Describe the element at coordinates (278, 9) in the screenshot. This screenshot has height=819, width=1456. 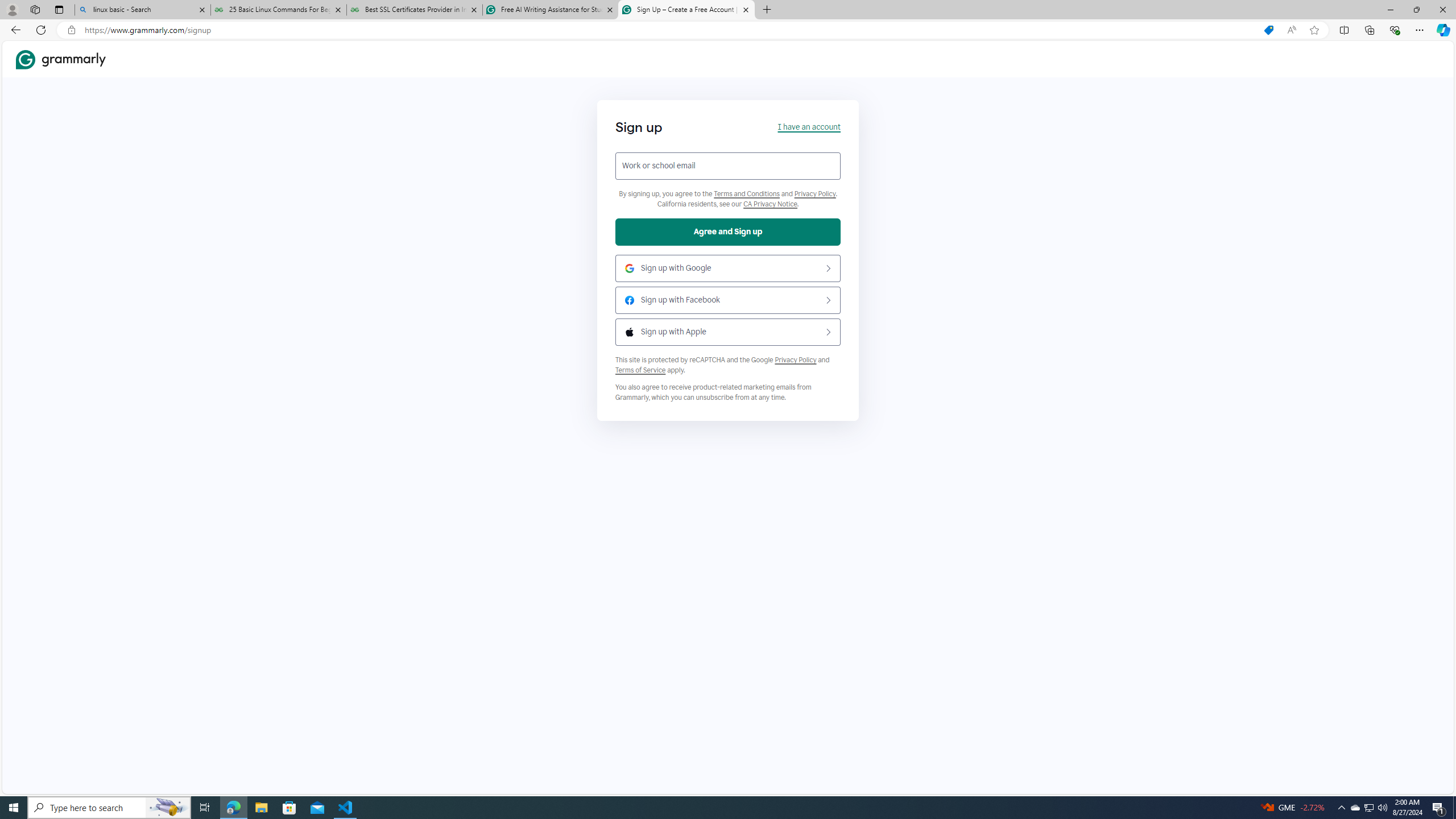
I see `'25 Basic Linux Commands For Beginners - GeeksforGeeks'` at that location.